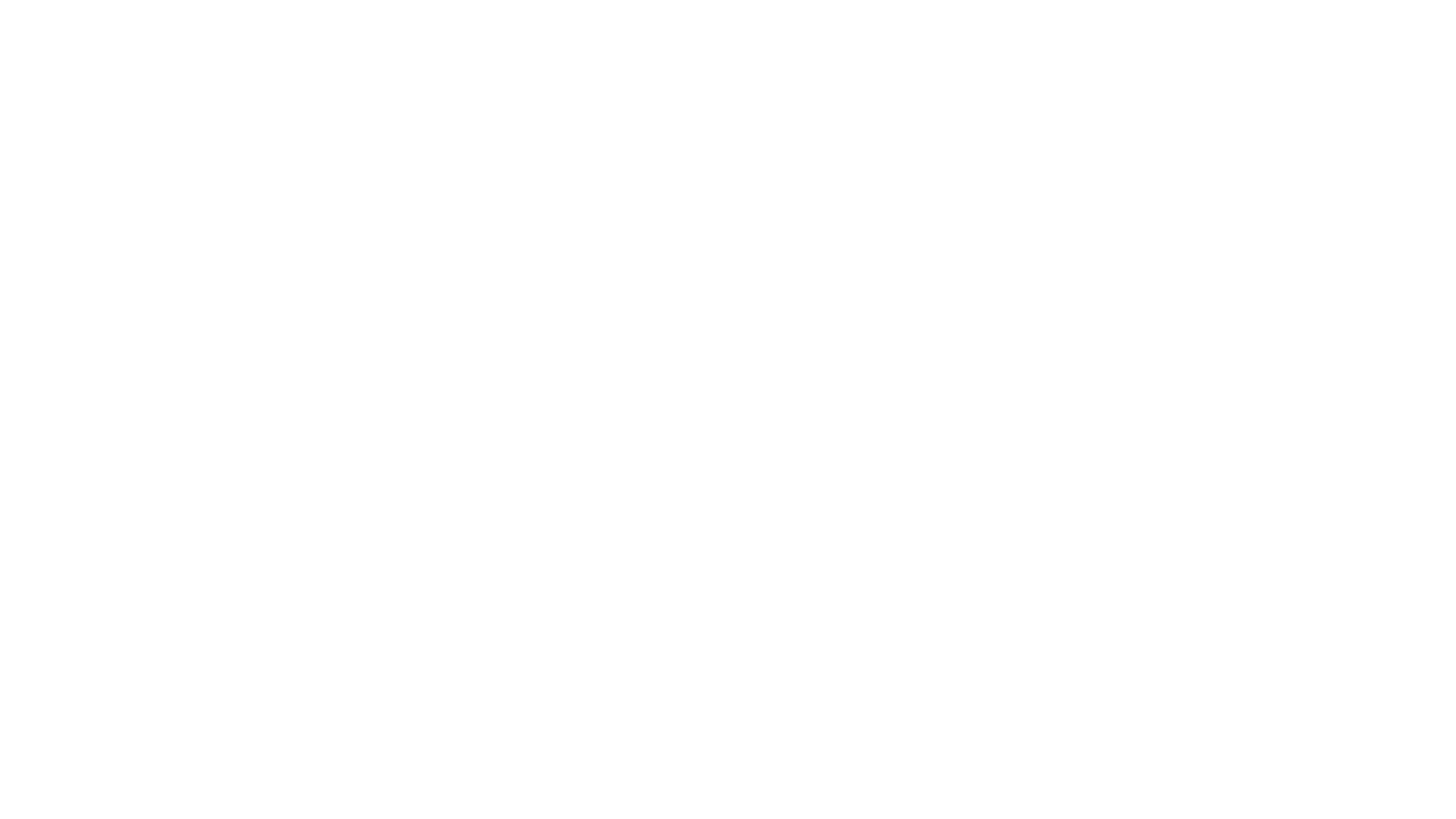 This screenshot has height=819, width=1456. Describe the element at coordinates (265, 185) in the screenshot. I see `Javiera P. Jara-Diaz` at that location.